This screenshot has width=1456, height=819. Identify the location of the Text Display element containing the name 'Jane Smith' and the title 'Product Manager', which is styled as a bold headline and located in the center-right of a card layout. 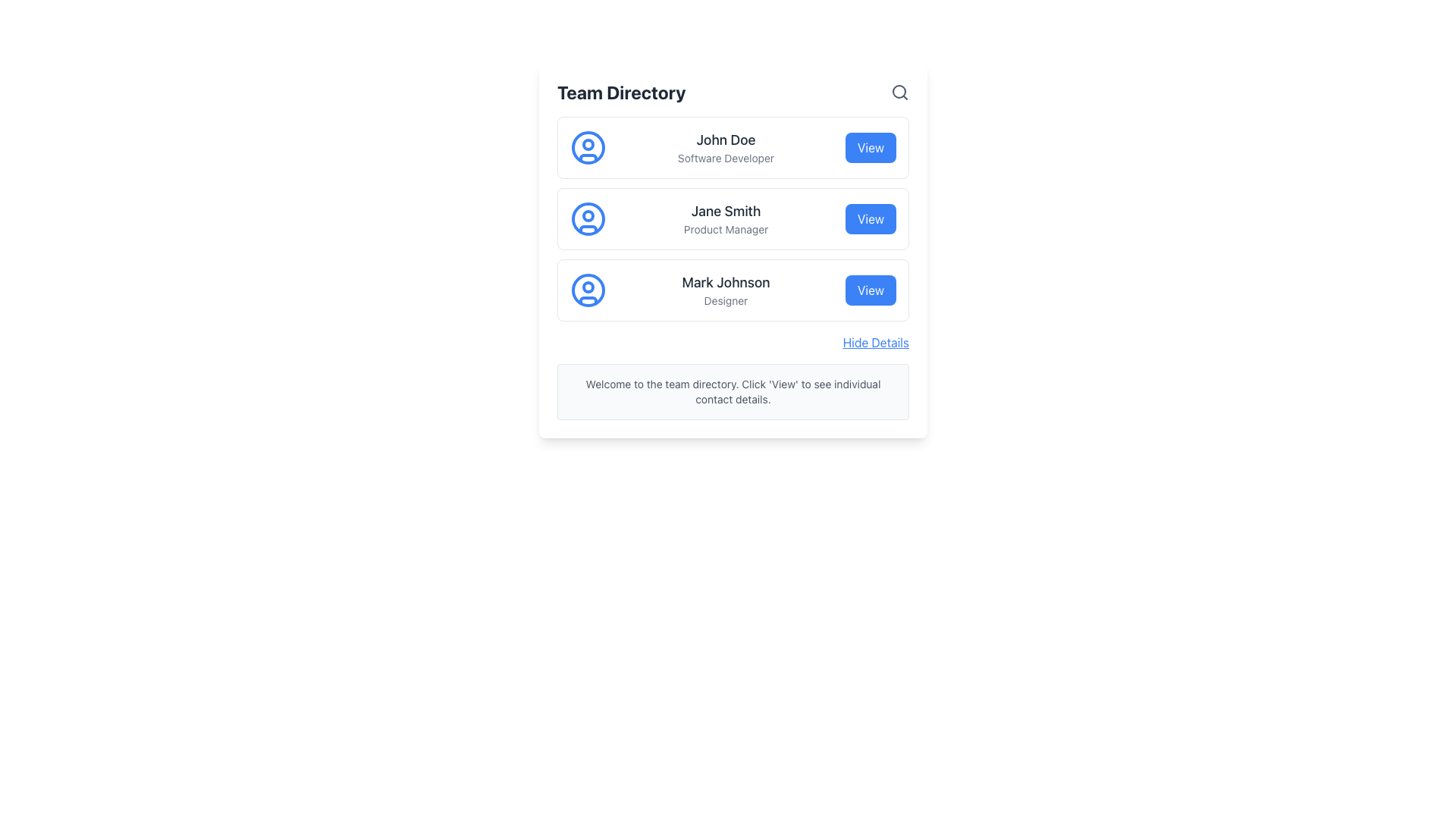
(725, 219).